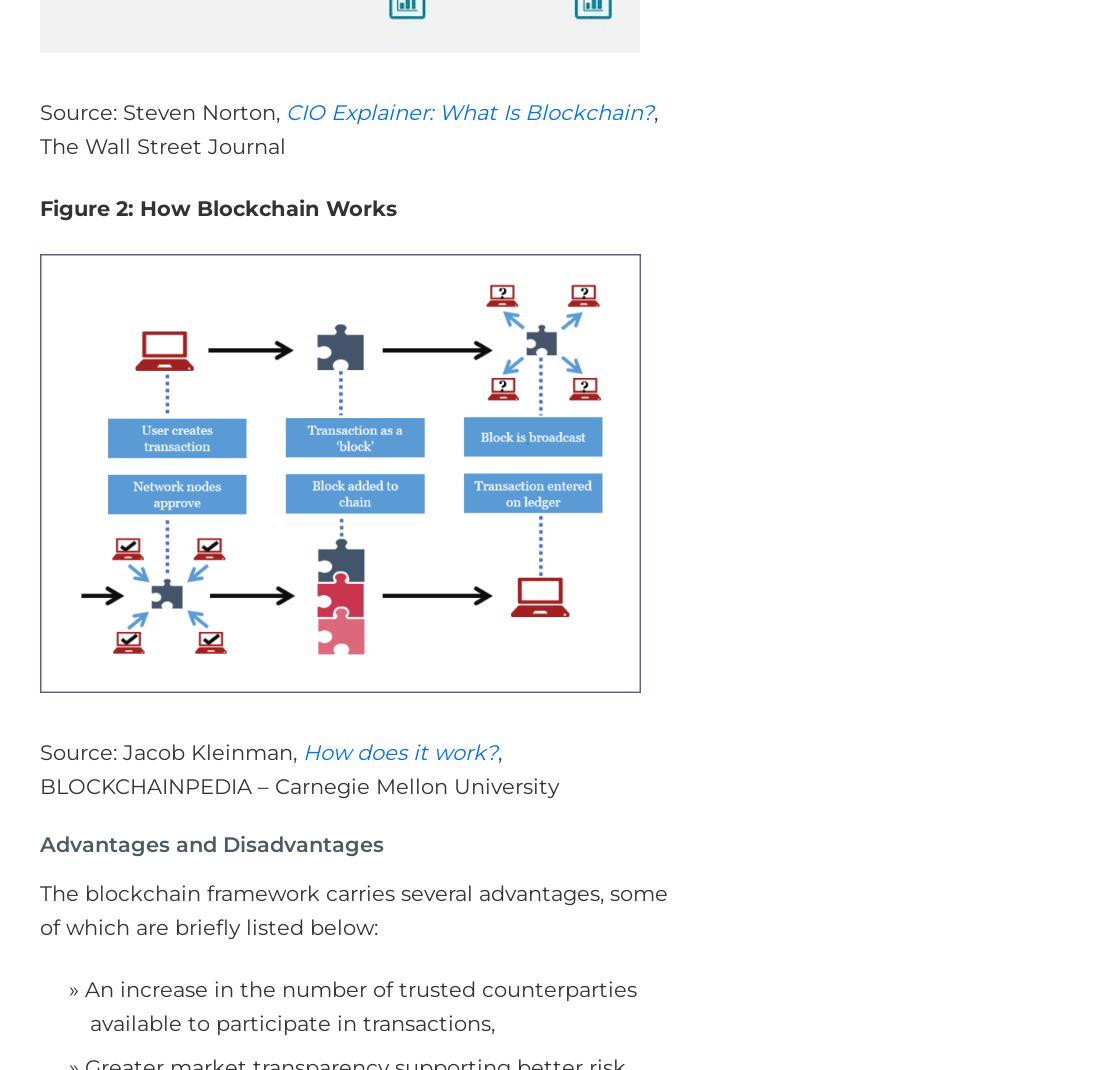 The height and width of the screenshot is (1070, 1102). Describe the element at coordinates (352, 909) in the screenshot. I see `'The blockchain framework carries several advantages, some of which are briefly listed below:'` at that location.